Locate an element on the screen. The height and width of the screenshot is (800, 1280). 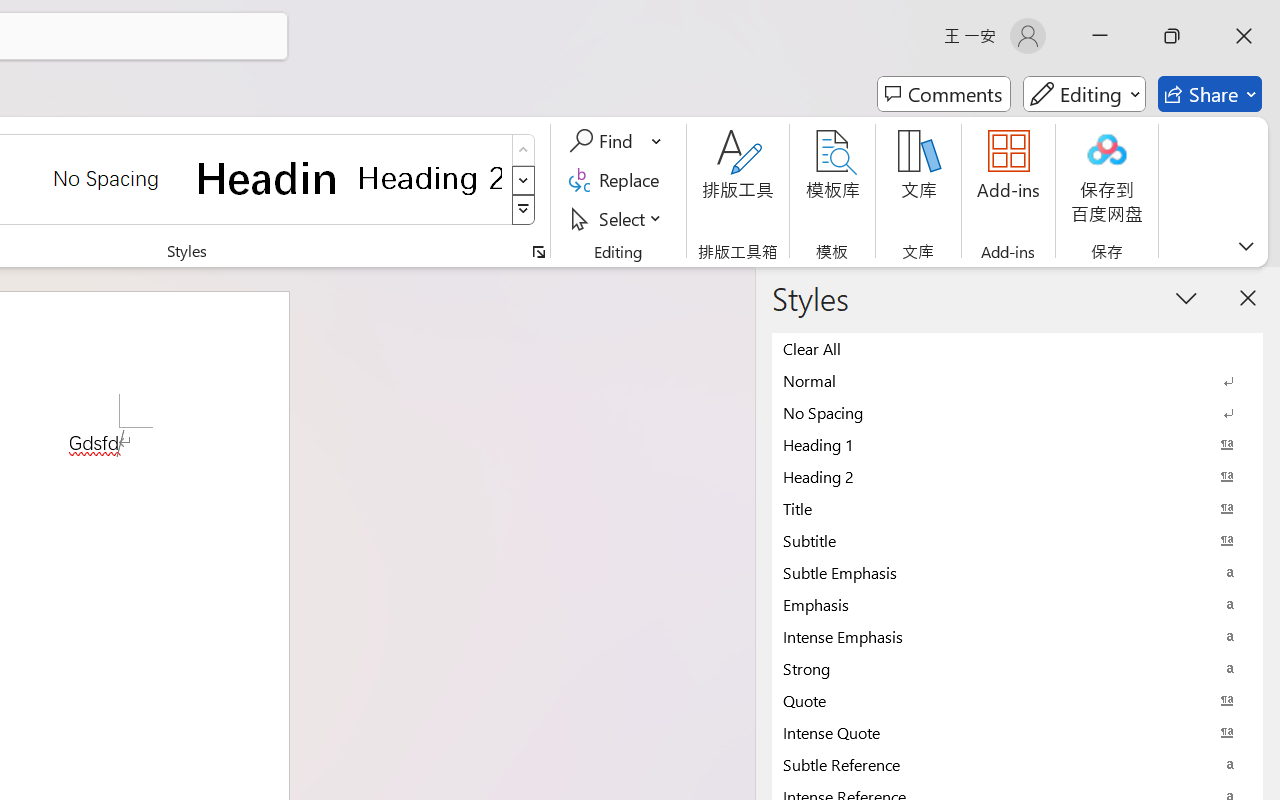
'Strong' is located at coordinates (1017, 668).